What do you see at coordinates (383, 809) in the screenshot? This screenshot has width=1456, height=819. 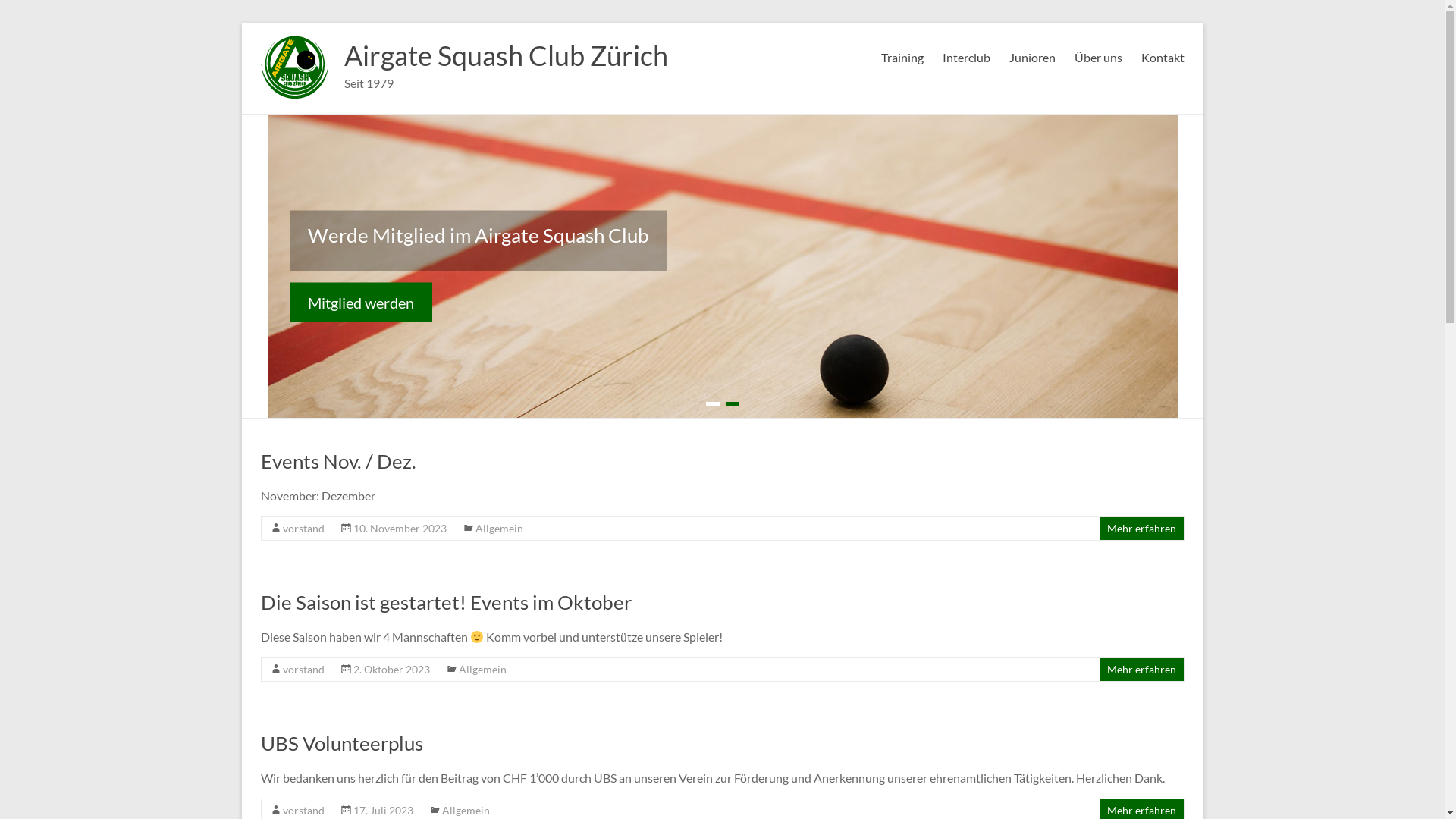 I see `'17. Juli 2023'` at bounding box center [383, 809].